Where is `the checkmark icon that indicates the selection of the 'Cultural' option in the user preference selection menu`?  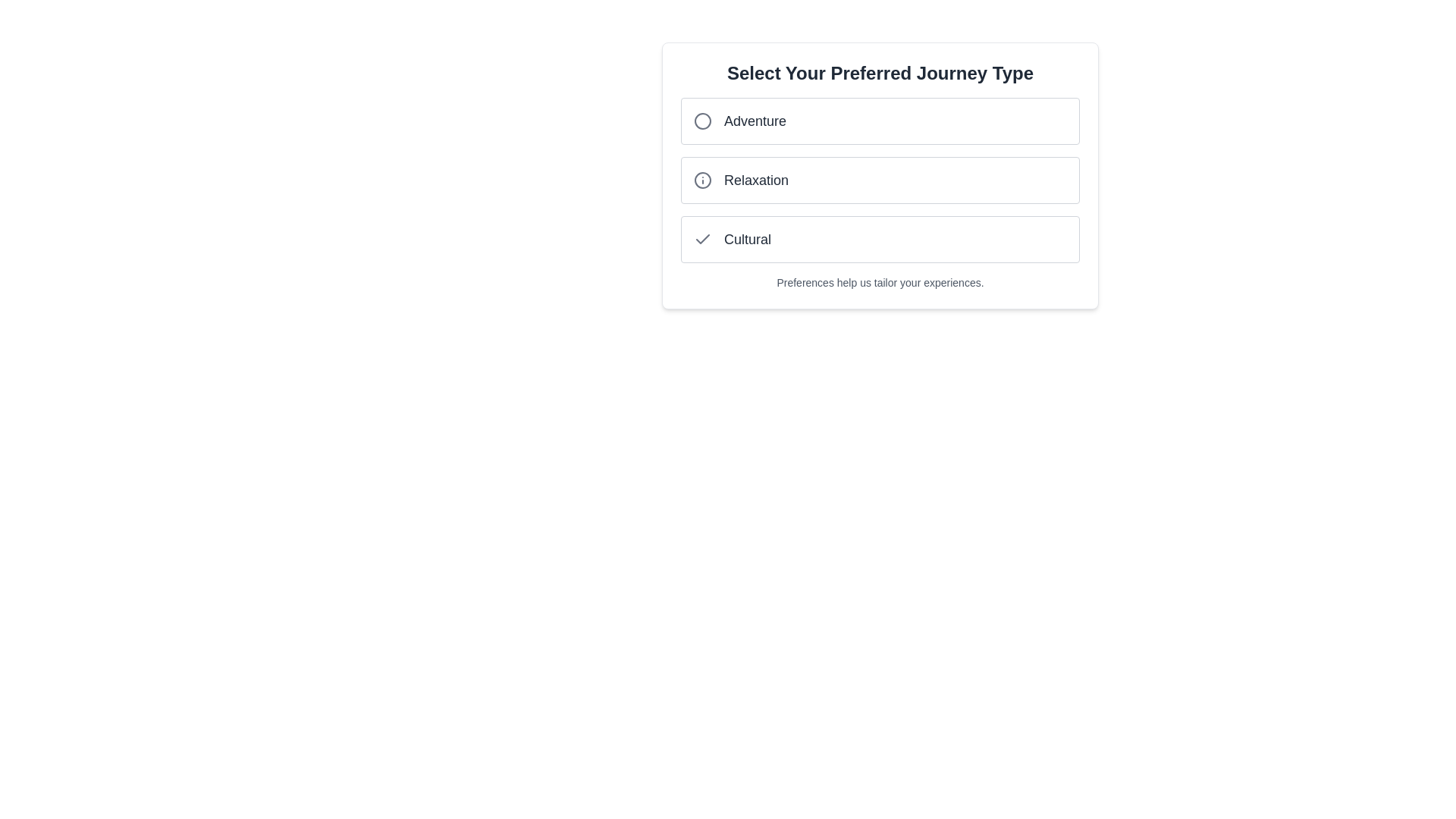 the checkmark icon that indicates the selection of the 'Cultural' option in the user preference selection menu is located at coordinates (701, 239).